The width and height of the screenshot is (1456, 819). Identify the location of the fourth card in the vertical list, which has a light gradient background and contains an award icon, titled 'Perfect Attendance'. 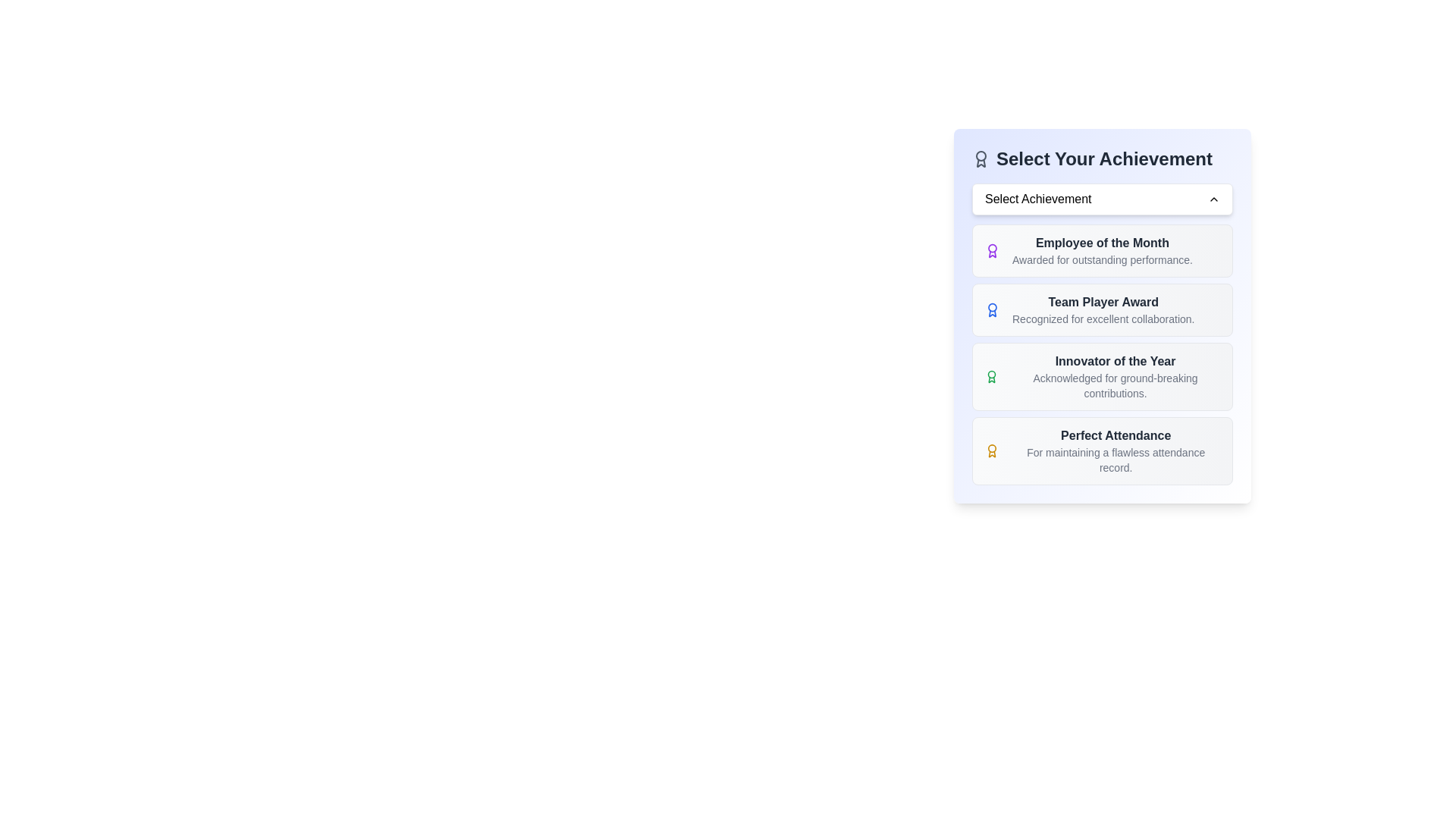
(1103, 450).